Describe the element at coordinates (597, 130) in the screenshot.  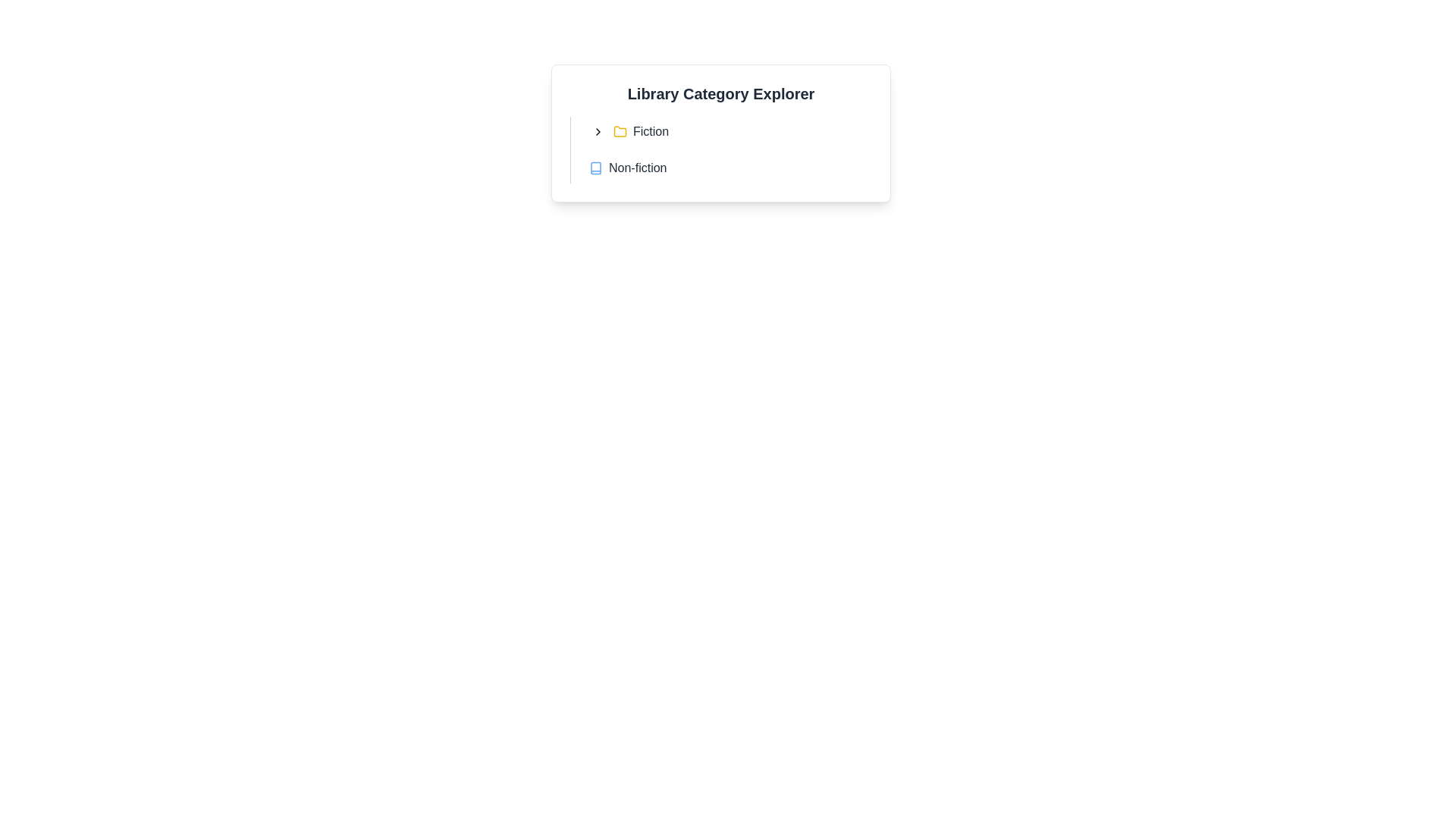
I see `the small, right-pointing chevron icon located to the left of the yellow folder icon labeled 'Fiction'` at that location.